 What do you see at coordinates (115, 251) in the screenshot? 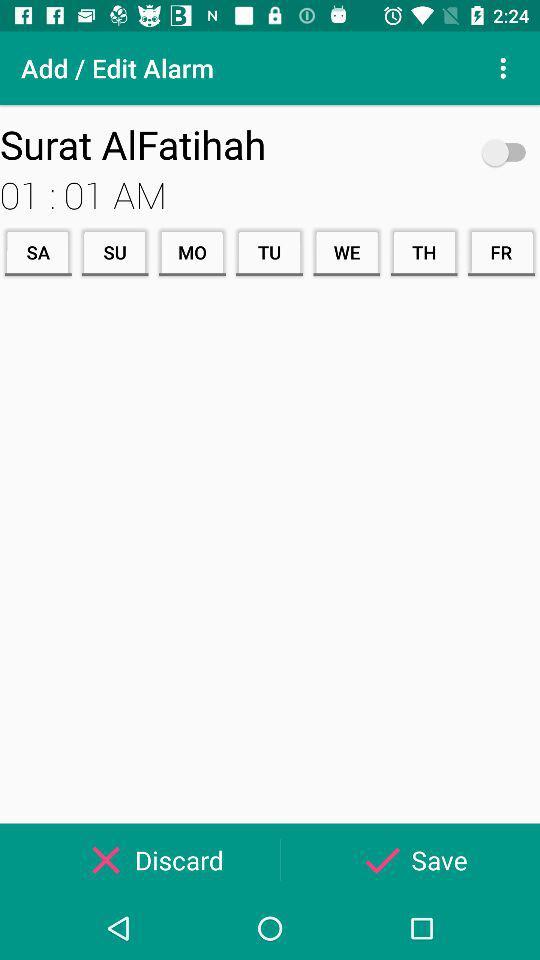
I see `the item next to mo icon` at bounding box center [115, 251].